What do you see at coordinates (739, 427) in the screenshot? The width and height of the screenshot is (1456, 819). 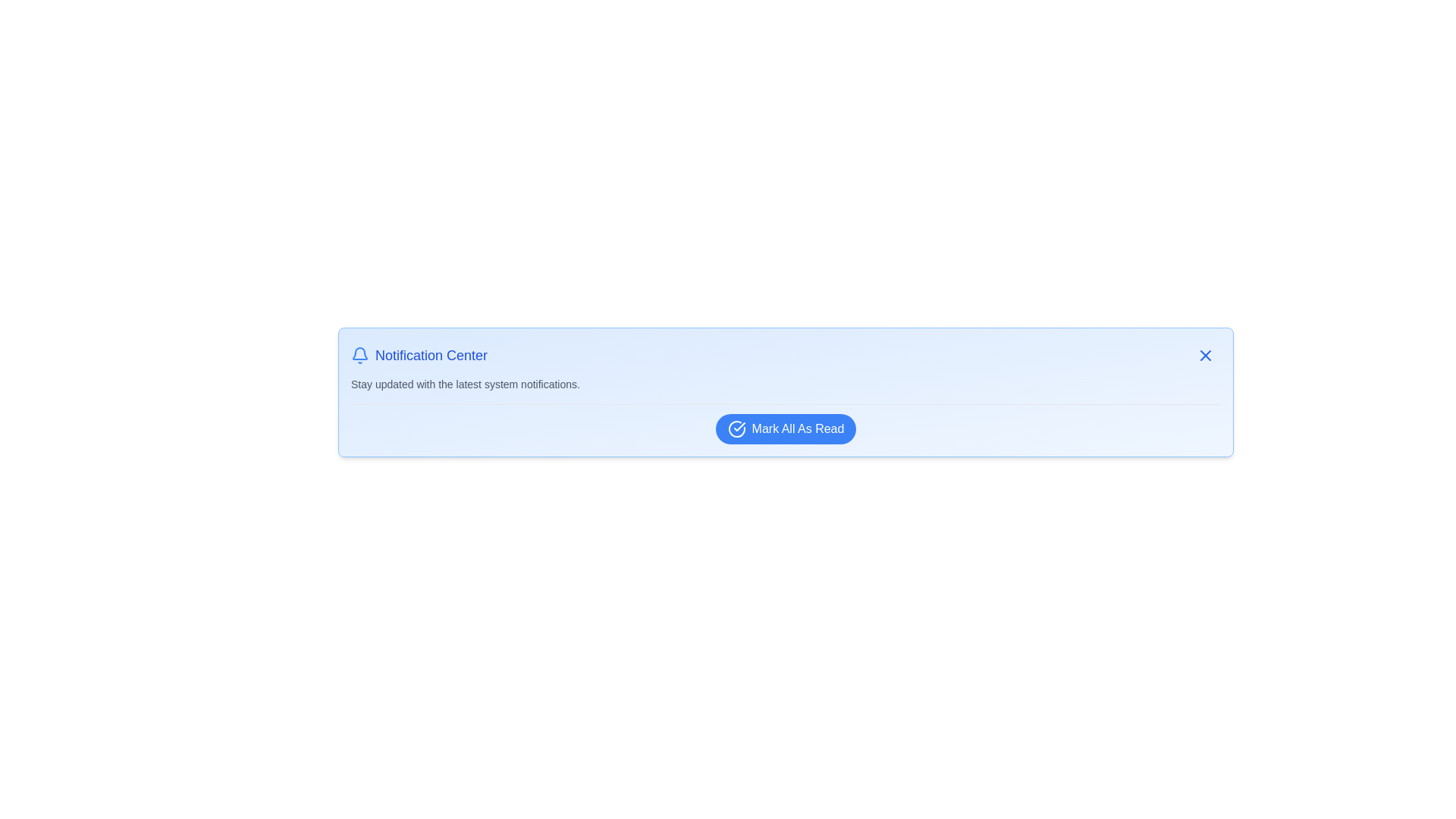 I see `the confirmation icon within the 'Mark All As Read' button located in the middle-right of the notification panel` at bounding box center [739, 427].